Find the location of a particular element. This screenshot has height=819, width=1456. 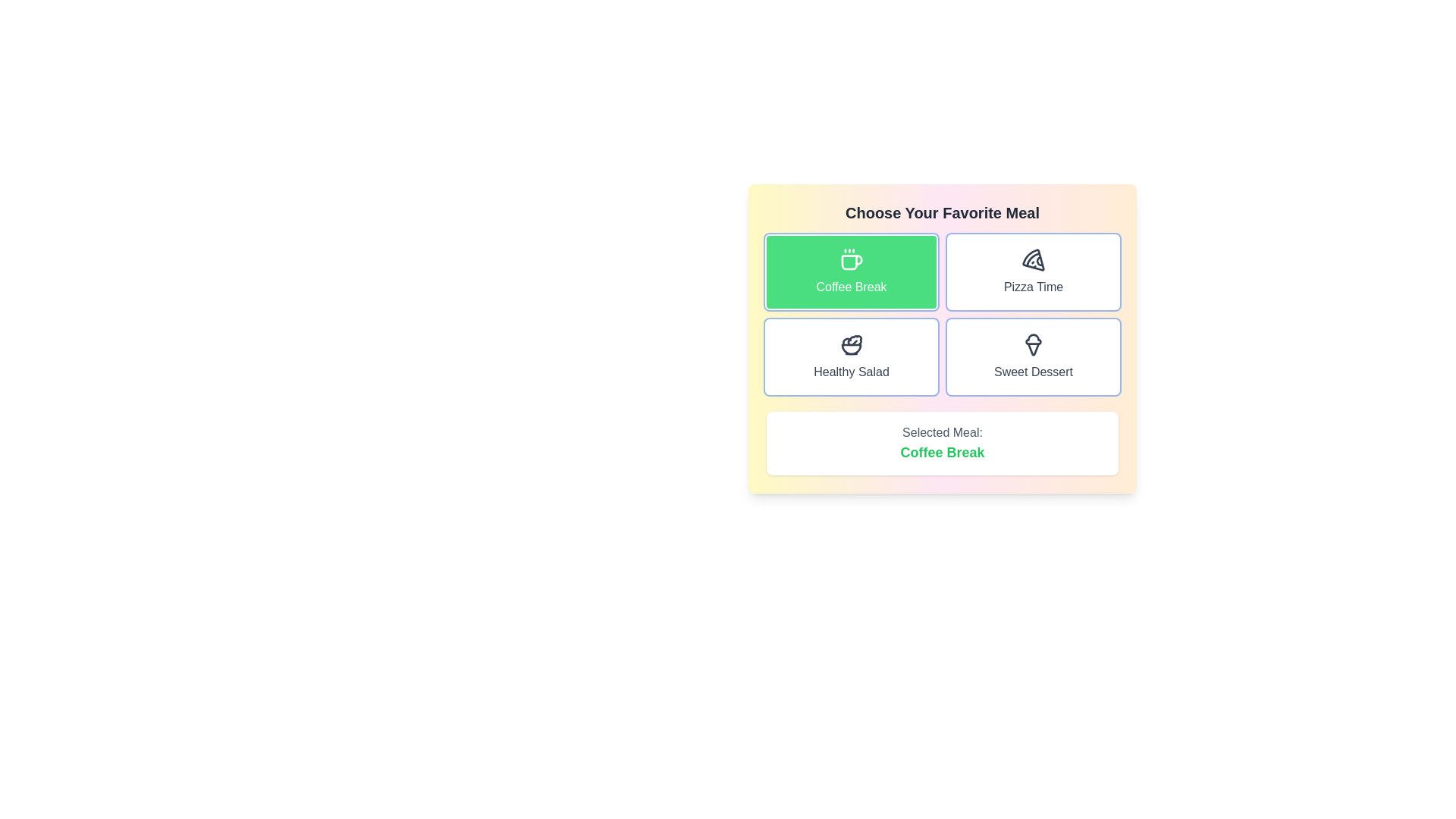

the button labeled Coffee Break to view its hover effect is located at coordinates (852, 271).